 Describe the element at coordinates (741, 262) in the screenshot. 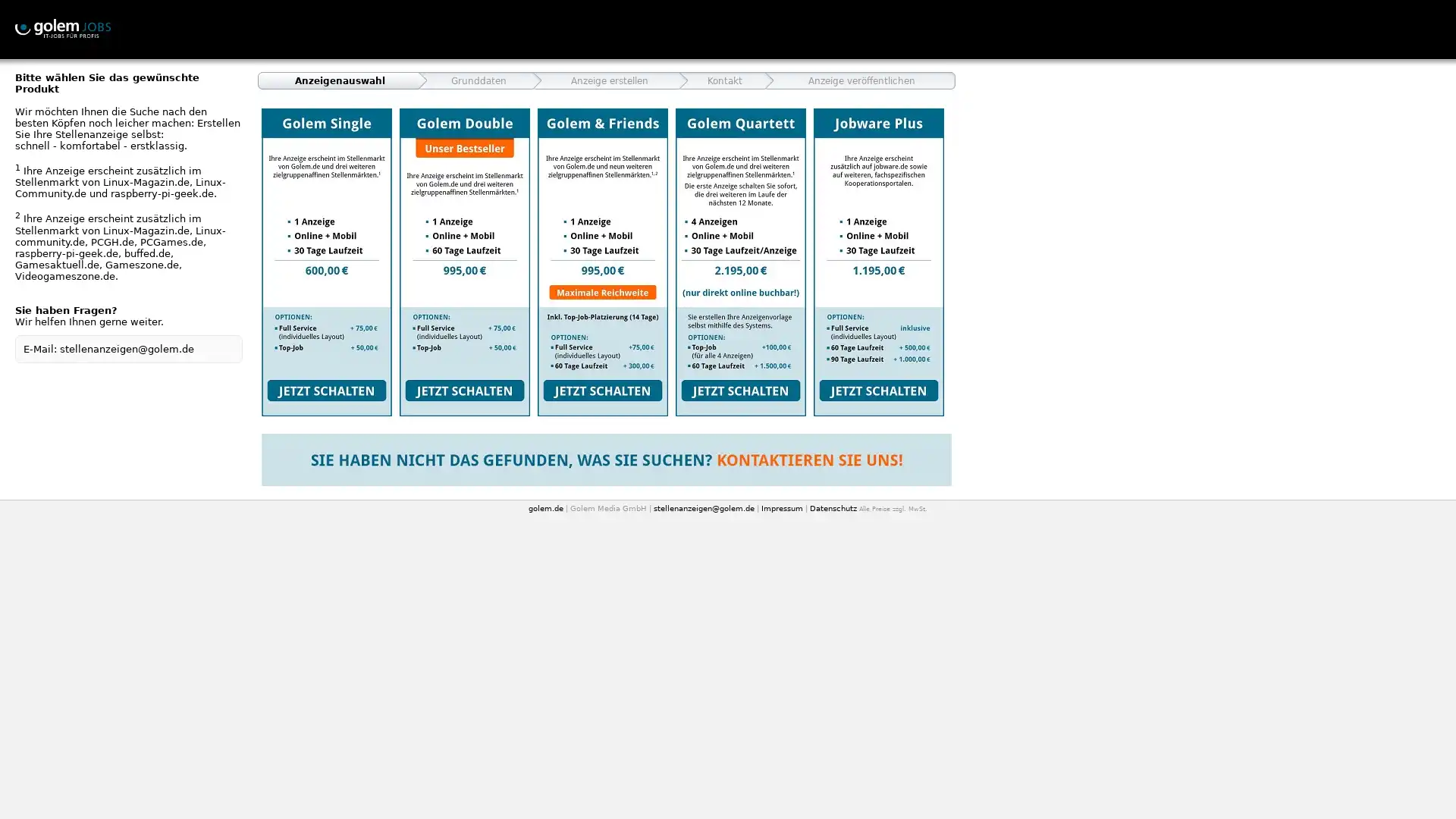

I see `Submit` at that location.